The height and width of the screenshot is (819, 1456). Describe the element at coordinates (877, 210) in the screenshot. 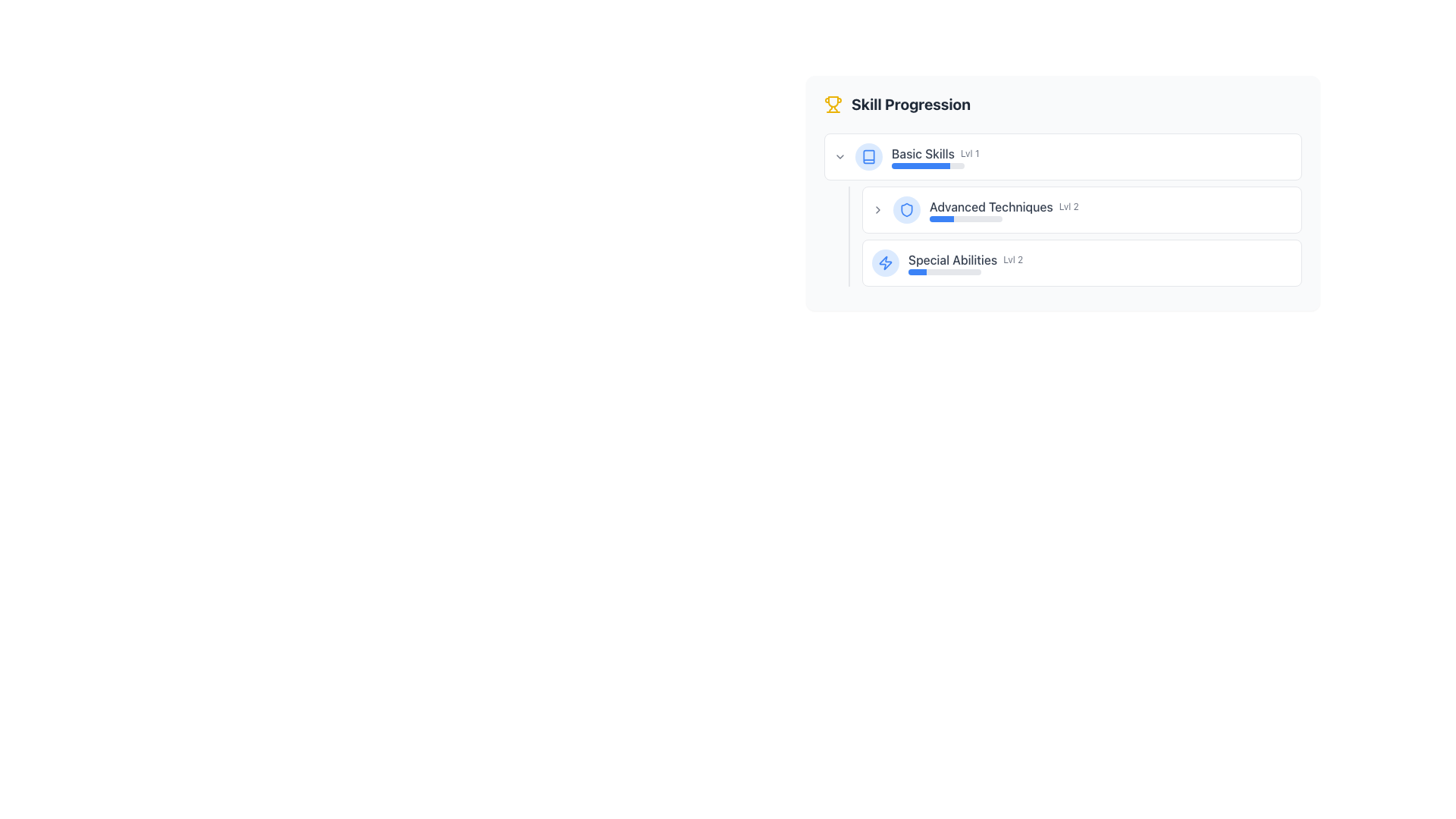

I see `the chevron icon located to the left of the text 'Advanced Techniques Lvl 2' in the 'Skill Progression' module` at that location.